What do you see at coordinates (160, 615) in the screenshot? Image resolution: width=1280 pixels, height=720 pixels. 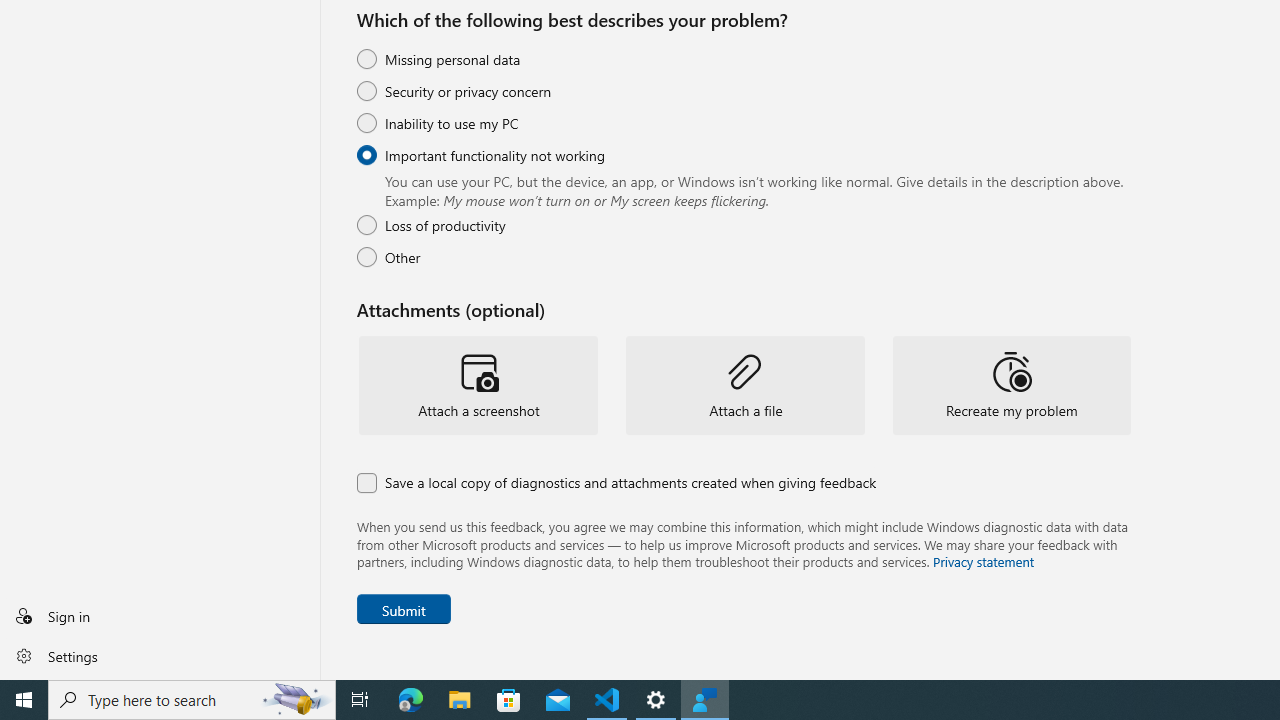 I see `'Sign in'` at bounding box center [160, 615].